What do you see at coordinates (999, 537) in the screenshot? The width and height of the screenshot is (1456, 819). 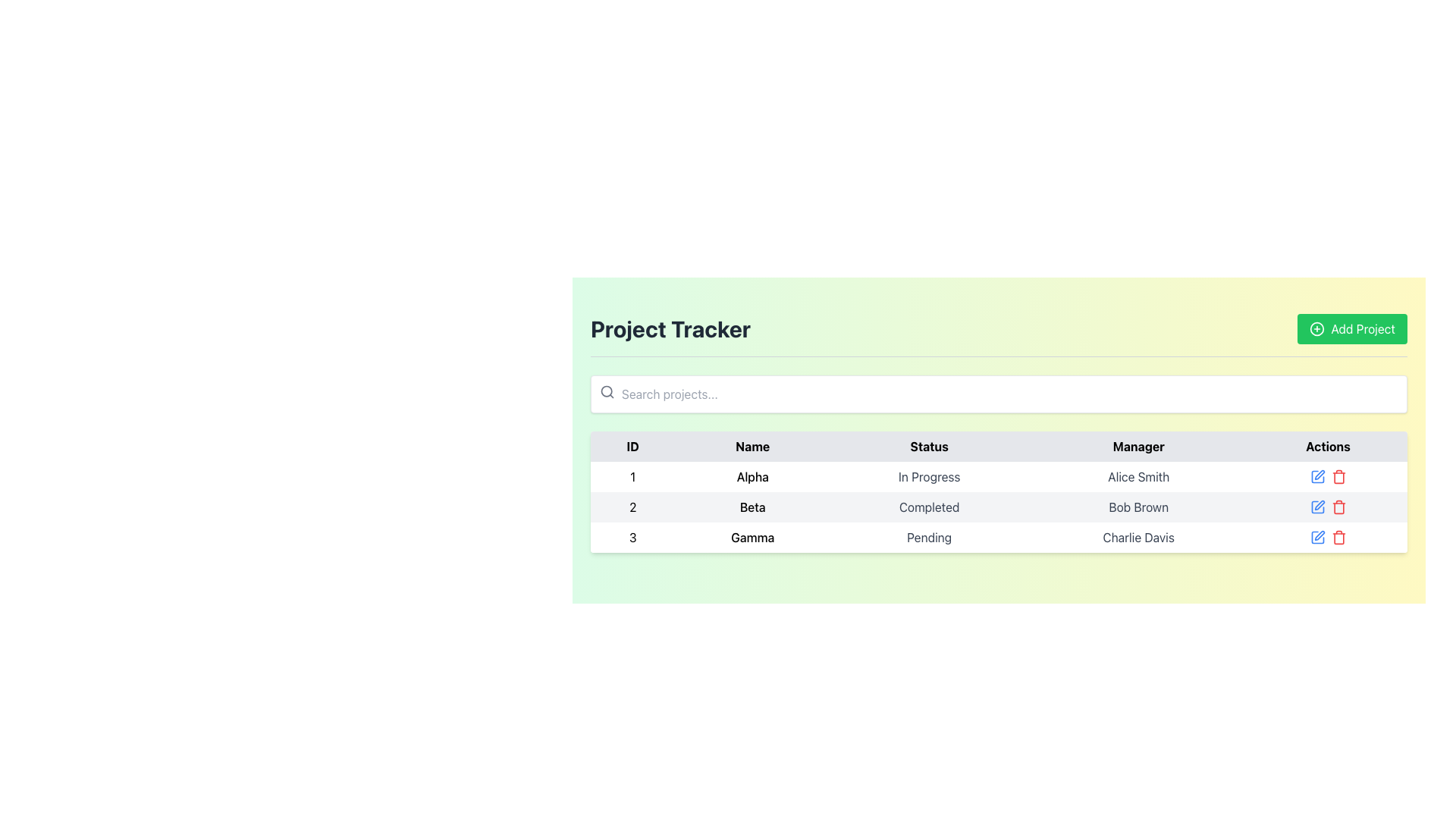 I see `the third row of the project tracker table that displays project ID '3', name 'Gamma', status 'Pending', and manager 'Charlie Davis'` at bounding box center [999, 537].